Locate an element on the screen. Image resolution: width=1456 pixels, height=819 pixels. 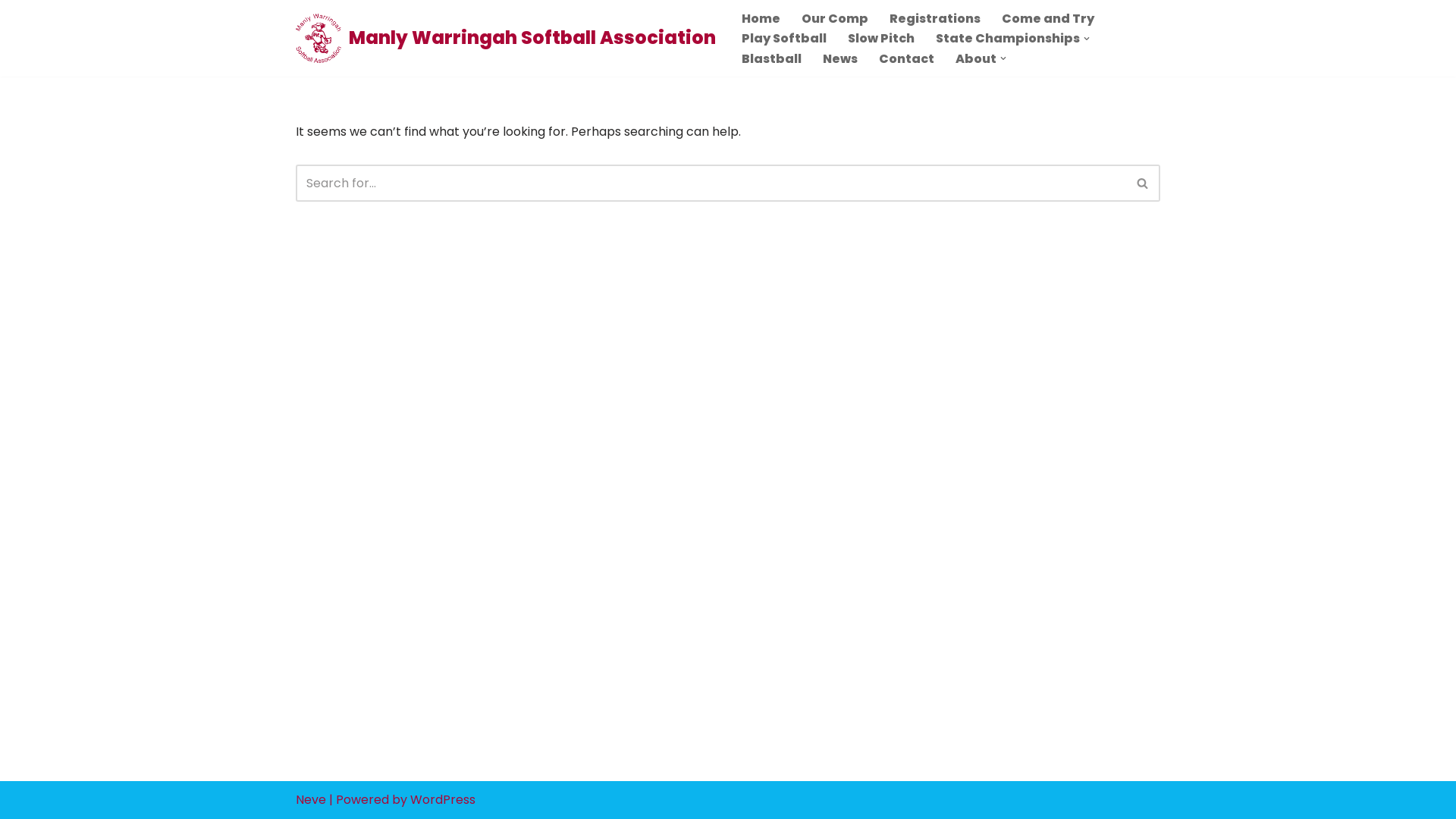
'Blastball' is located at coordinates (771, 58).